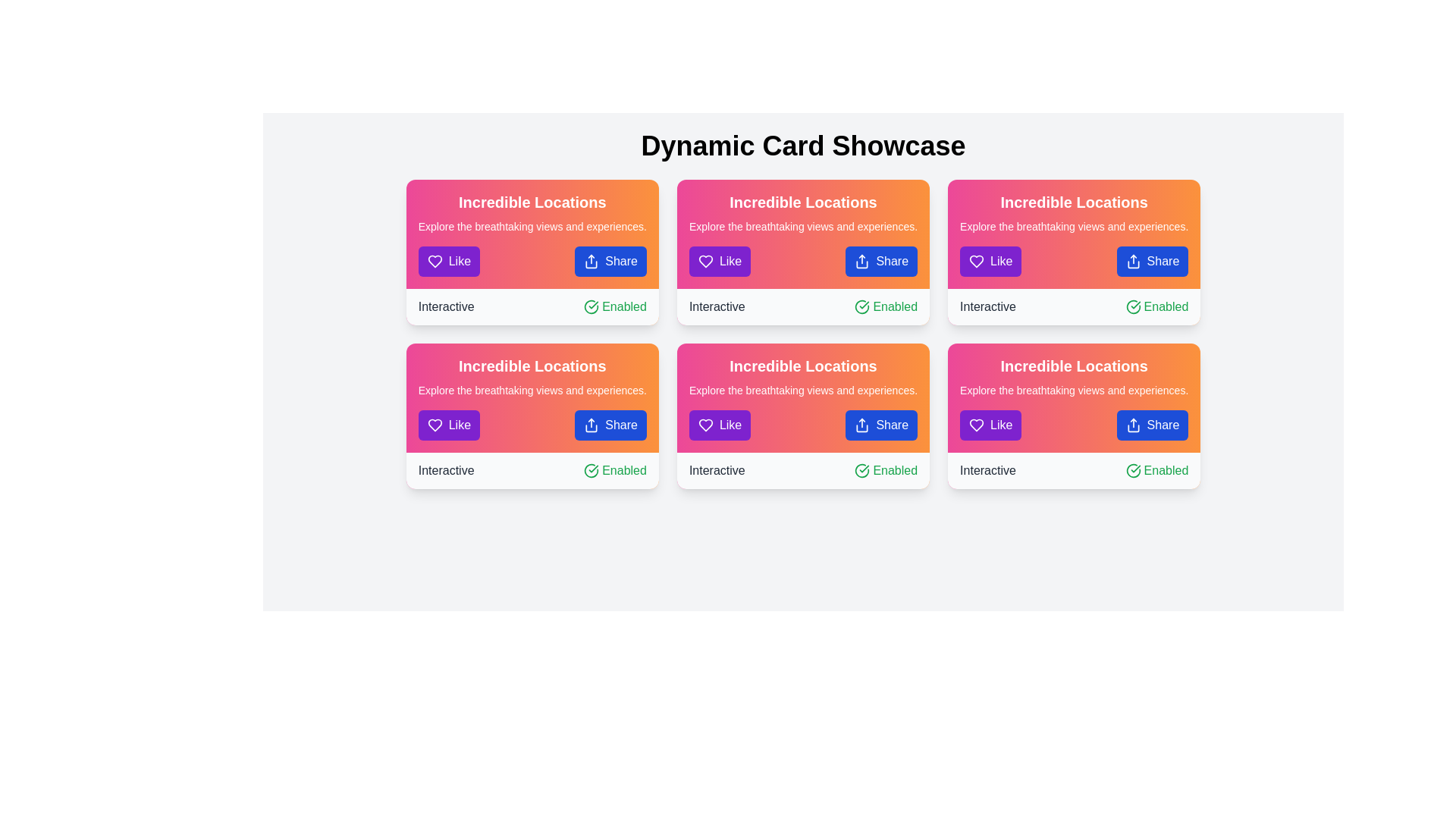 Image resolution: width=1456 pixels, height=819 pixels. What do you see at coordinates (886, 307) in the screenshot?
I see `the Status Indicator, which displays 'Enabled' in green with a checkmark icon, located at the bottom-right corner of the card layout` at bounding box center [886, 307].